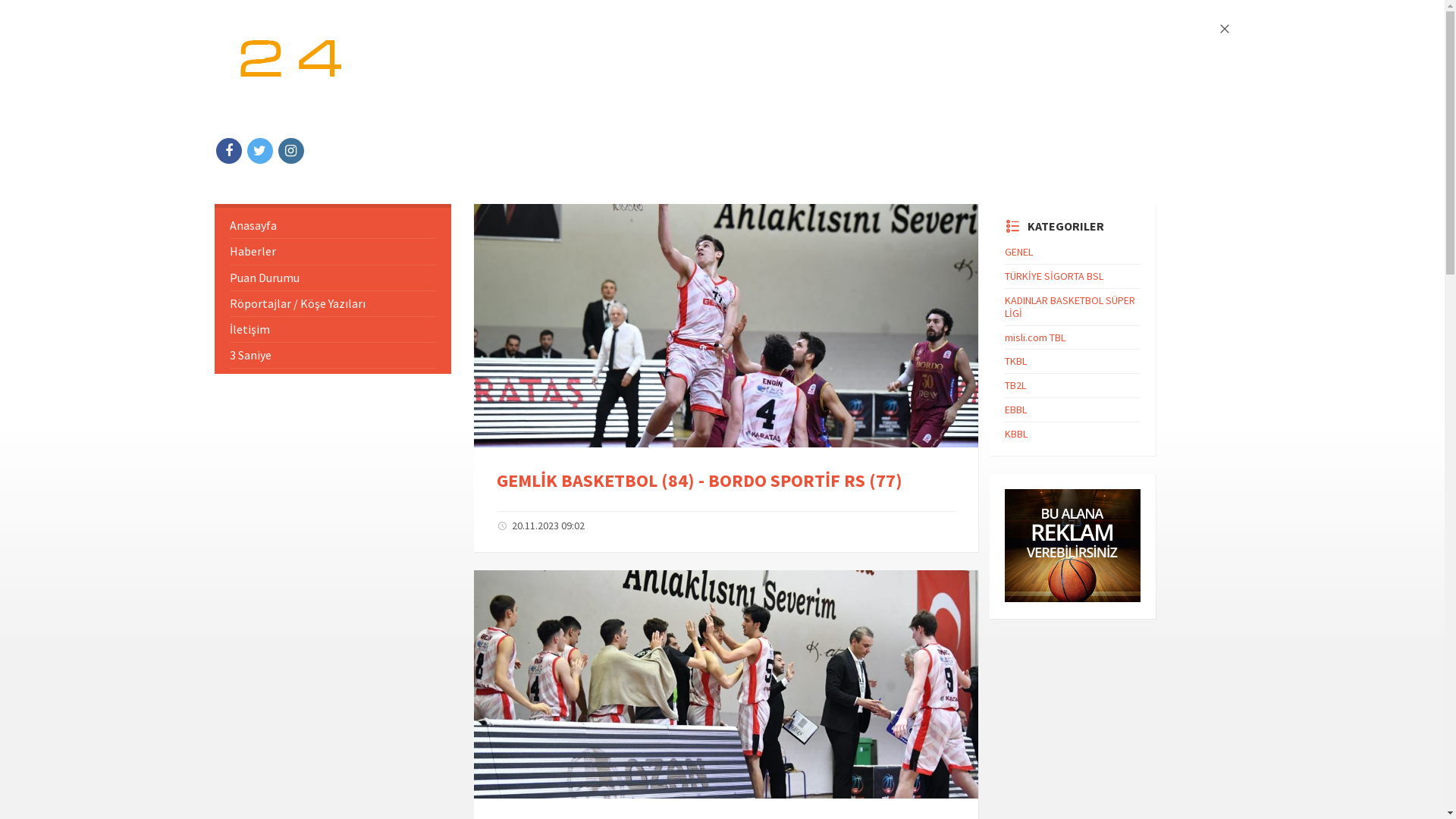  Describe the element at coordinates (1018, 250) in the screenshot. I see `'GENEL'` at that location.